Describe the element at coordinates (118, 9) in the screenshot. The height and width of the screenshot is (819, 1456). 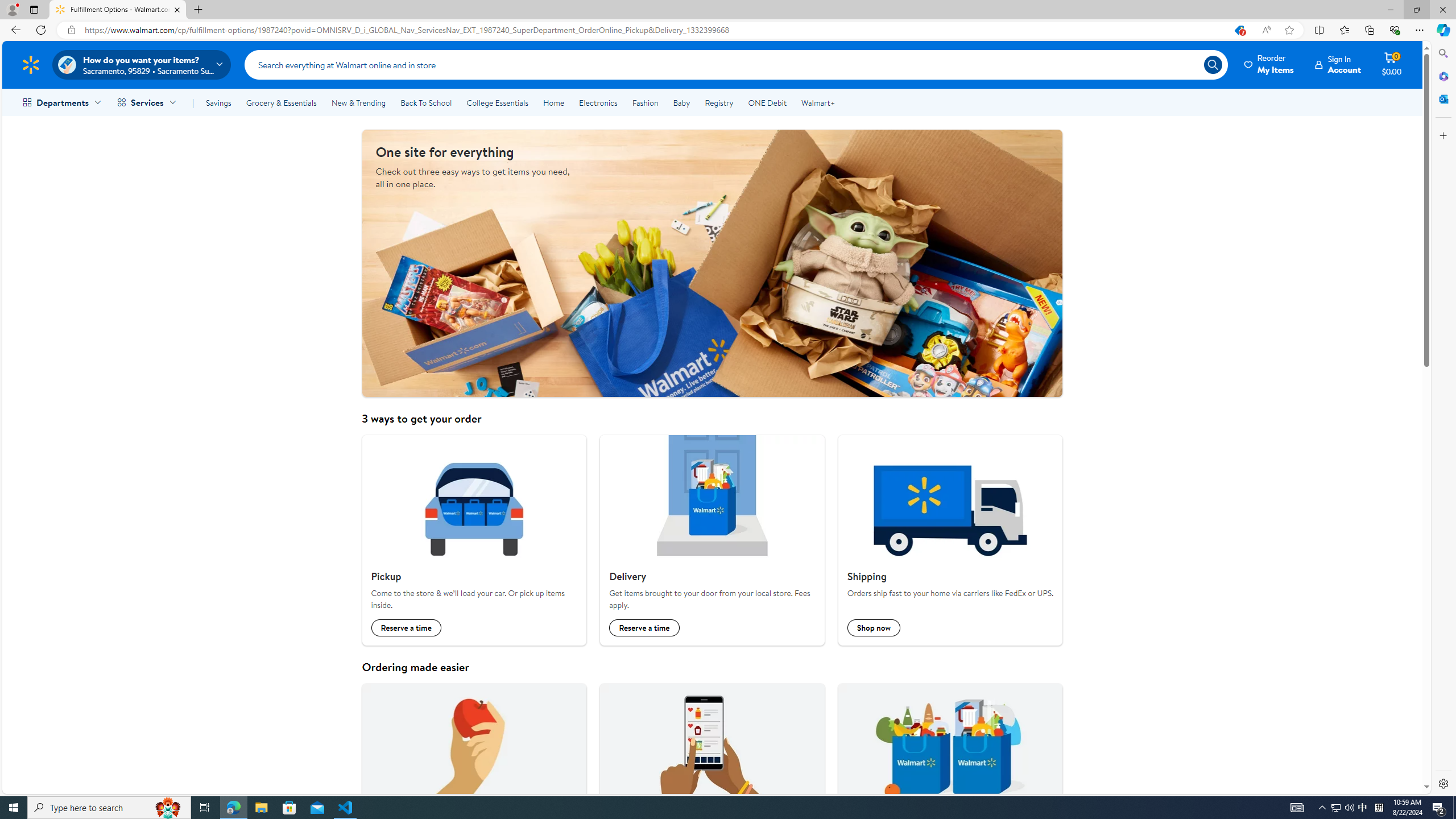
I see `'Fulfillment Options - Walmart.com'` at that location.